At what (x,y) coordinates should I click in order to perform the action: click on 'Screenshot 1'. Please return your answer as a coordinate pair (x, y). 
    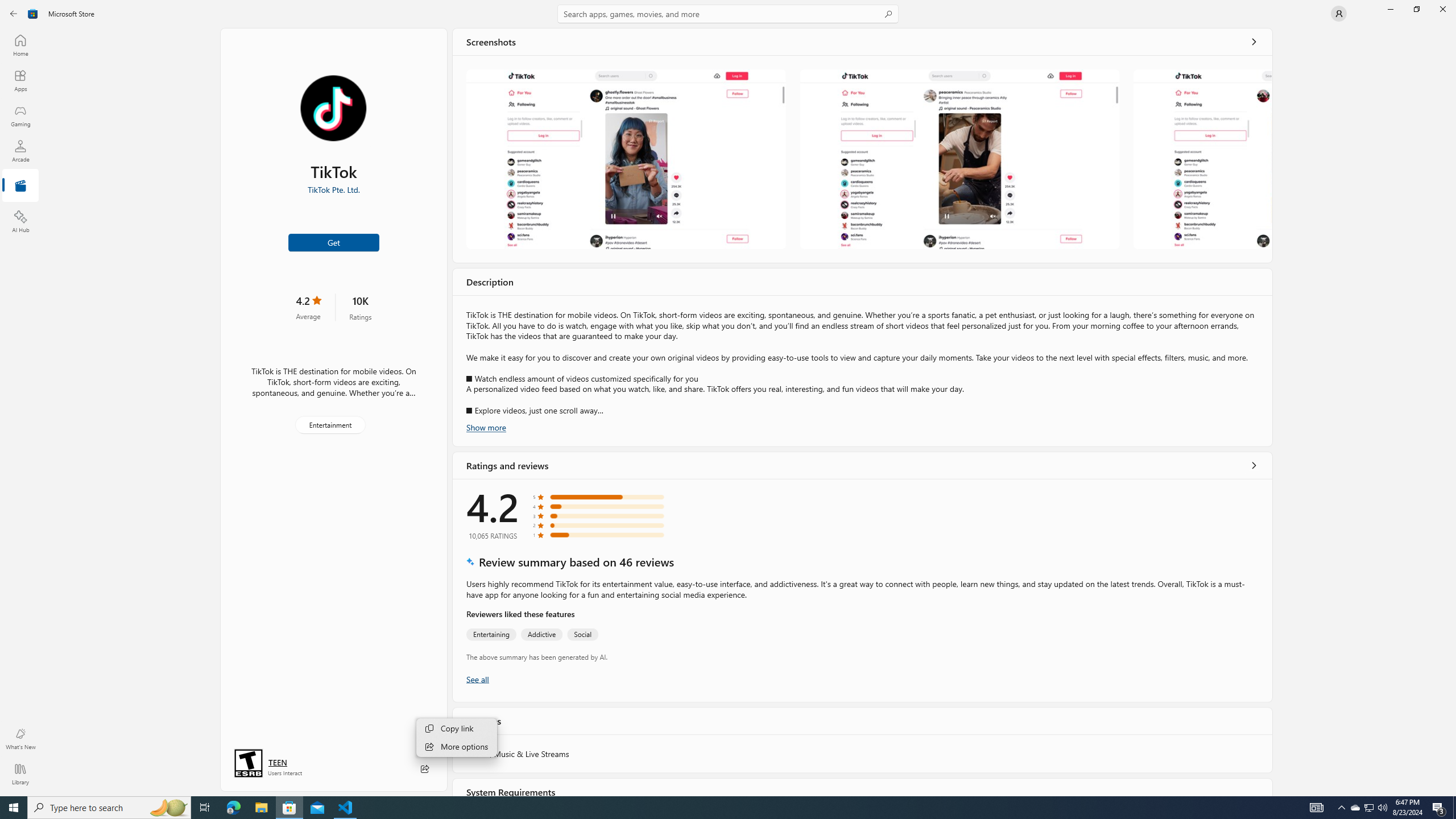
    Looking at the image, I should click on (626, 159).